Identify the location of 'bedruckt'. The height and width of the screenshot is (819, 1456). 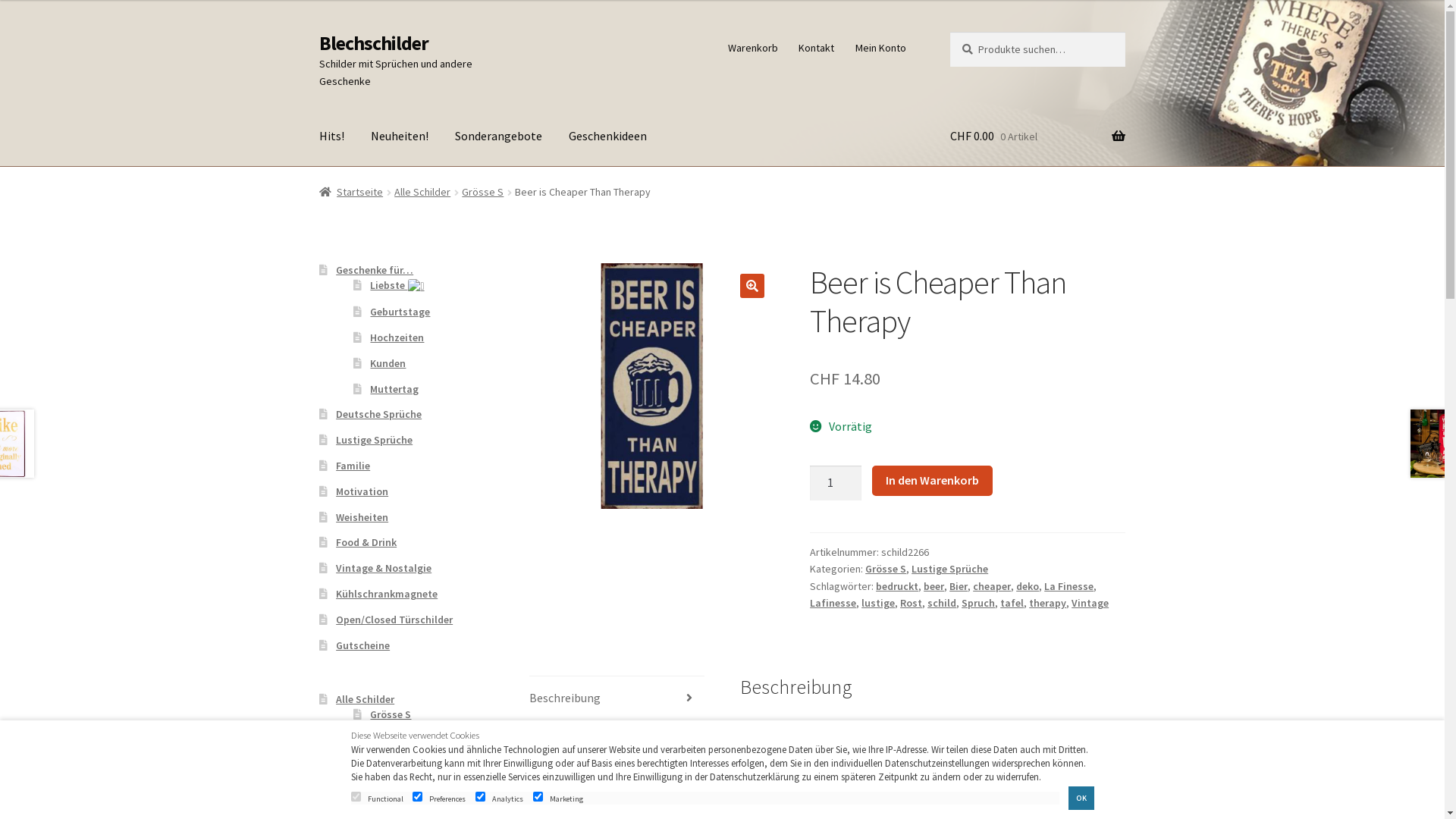
(896, 585).